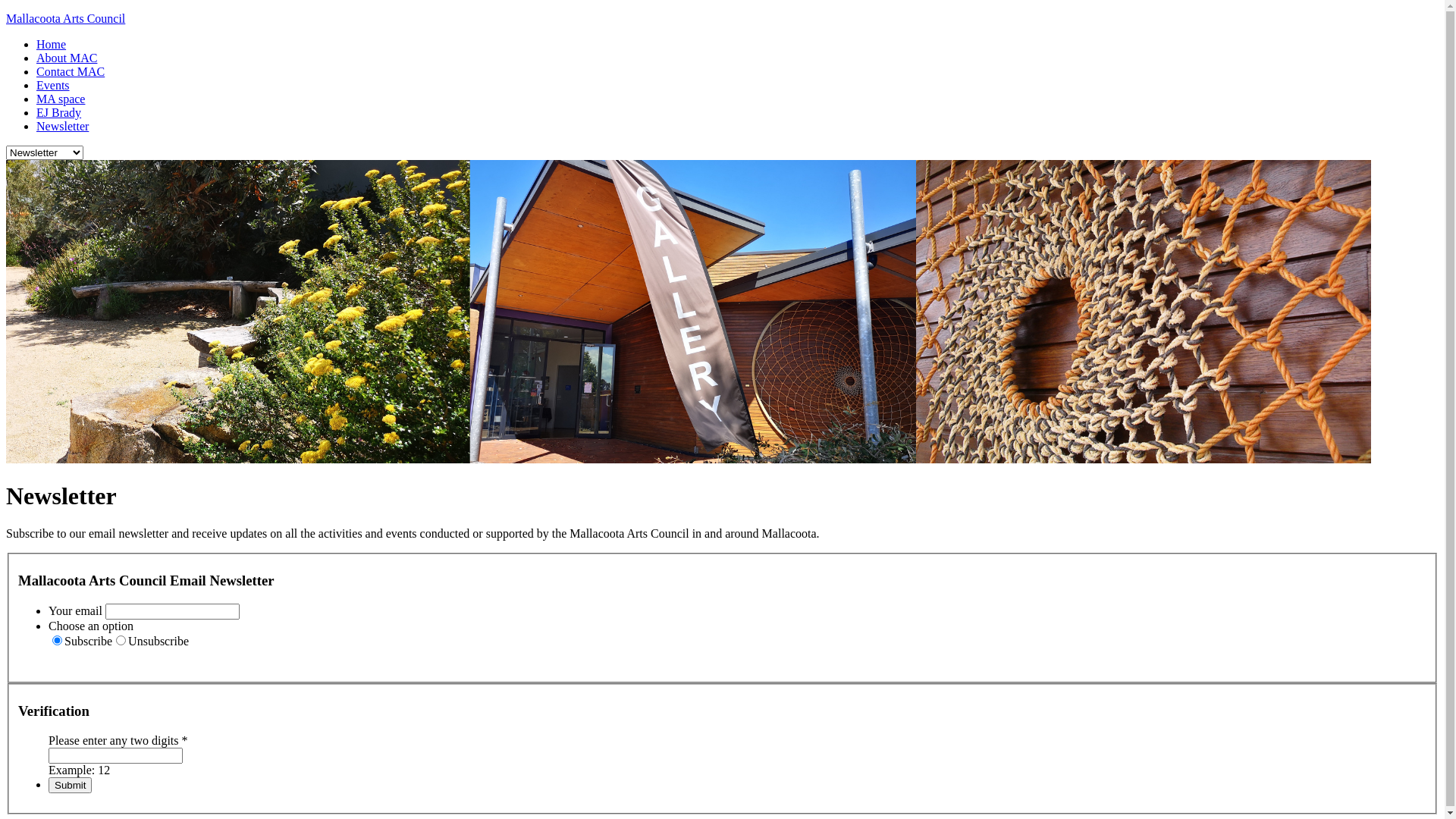  Describe the element at coordinates (61, 125) in the screenshot. I see `'Newsletter'` at that location.